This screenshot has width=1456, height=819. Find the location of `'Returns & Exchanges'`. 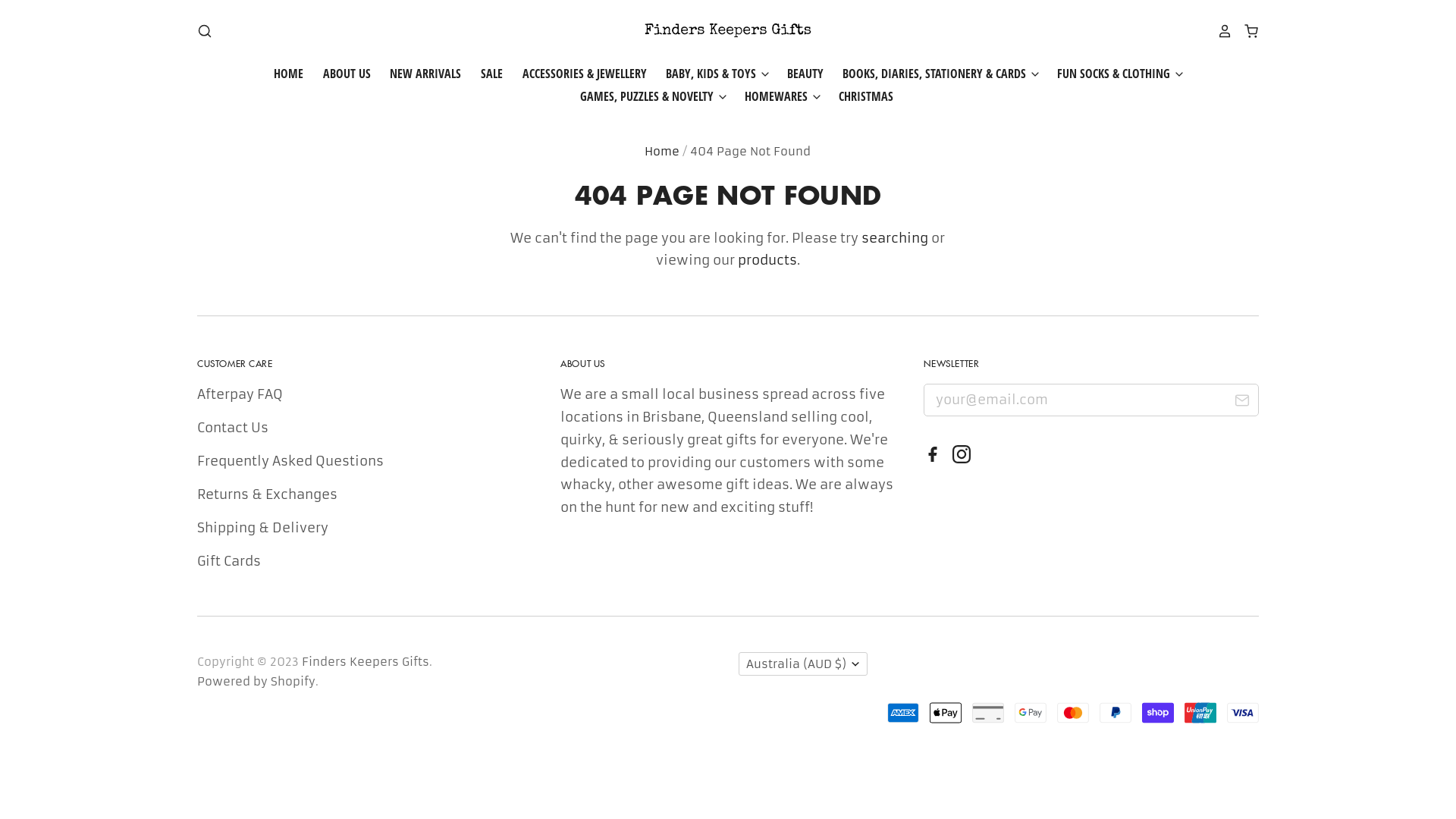

'Returns & Exchanges' is located at coordinates (196, 494).